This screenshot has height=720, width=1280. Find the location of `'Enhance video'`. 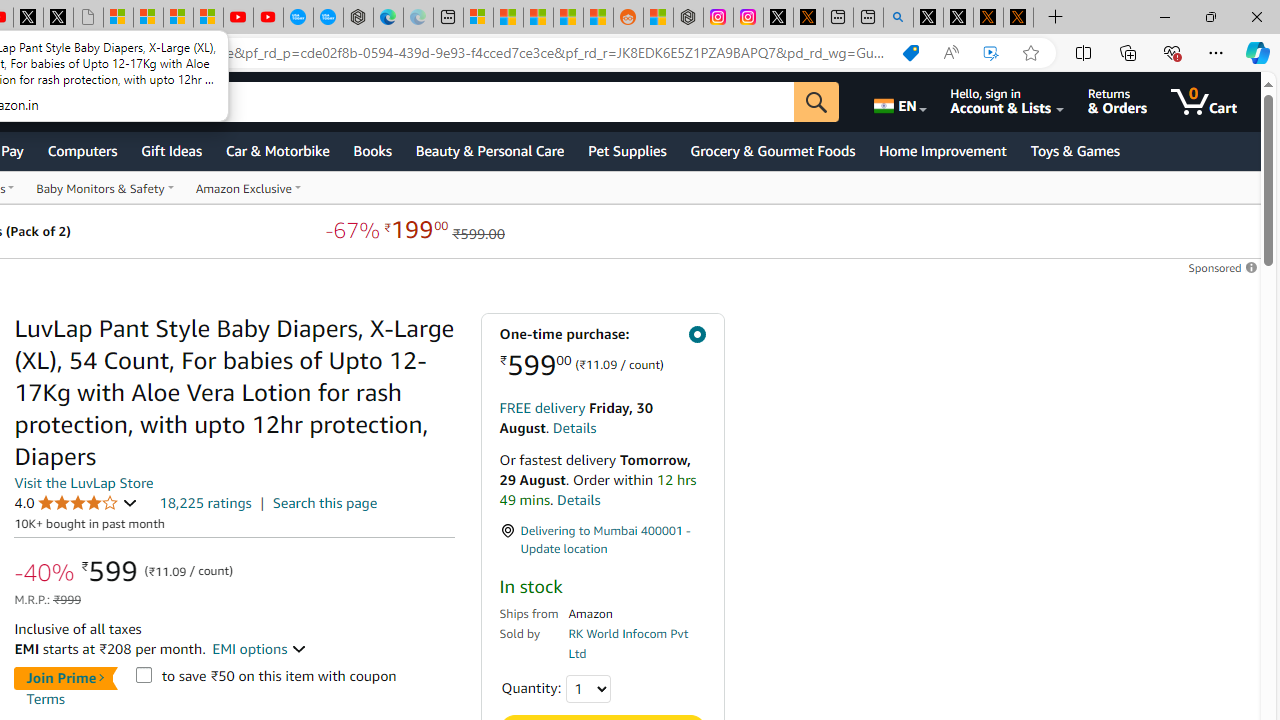

'Enhance video' is located at coordinates (991, 52).